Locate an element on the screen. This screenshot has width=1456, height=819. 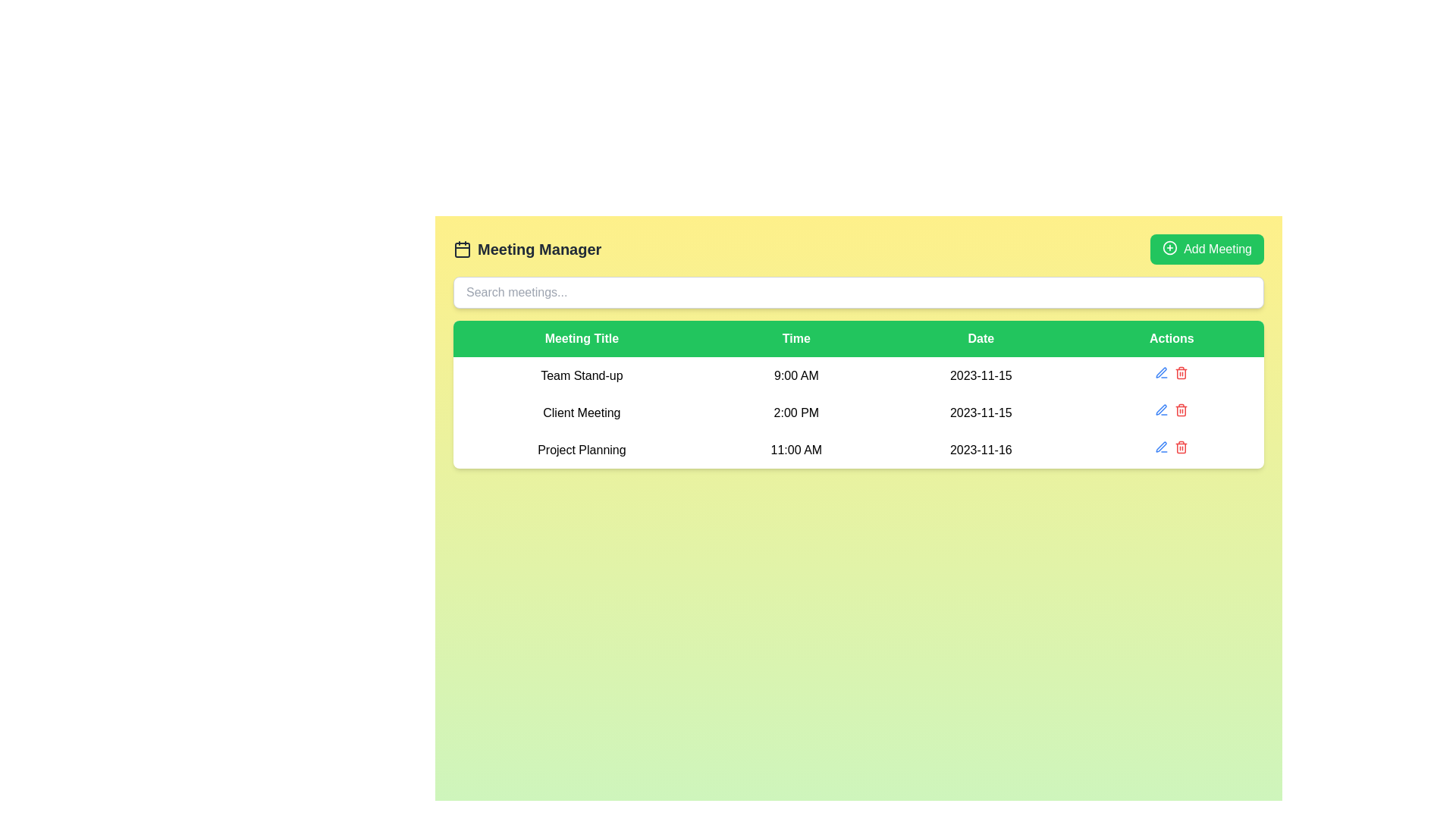
the static Text label indicating the meeting title located in the third row of the list under the 'Meeting Title' column is located at coordinates (581, 449).